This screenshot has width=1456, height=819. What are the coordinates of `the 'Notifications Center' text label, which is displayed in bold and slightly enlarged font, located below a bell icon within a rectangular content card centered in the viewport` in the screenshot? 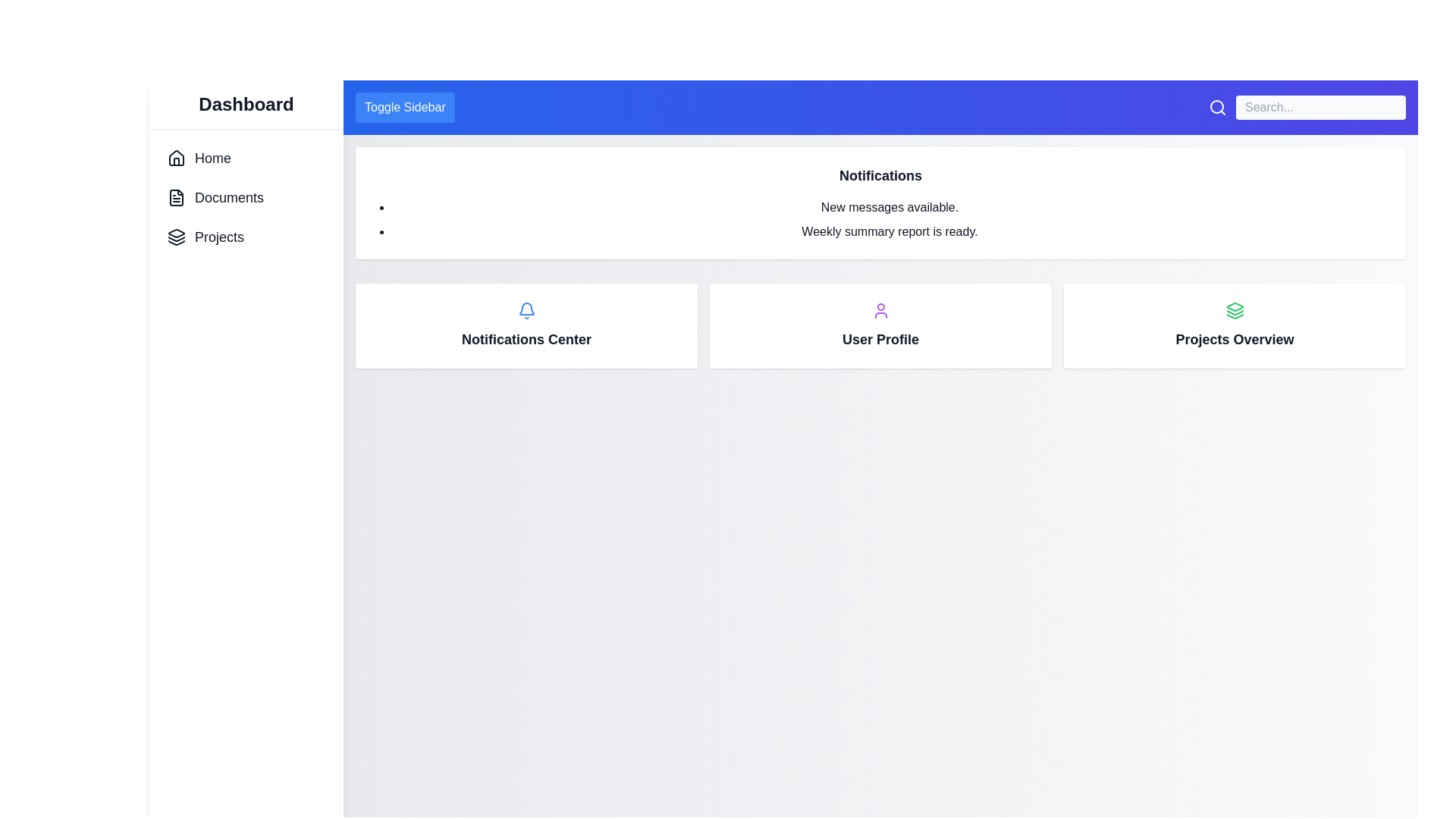 It's located at (526, 338).